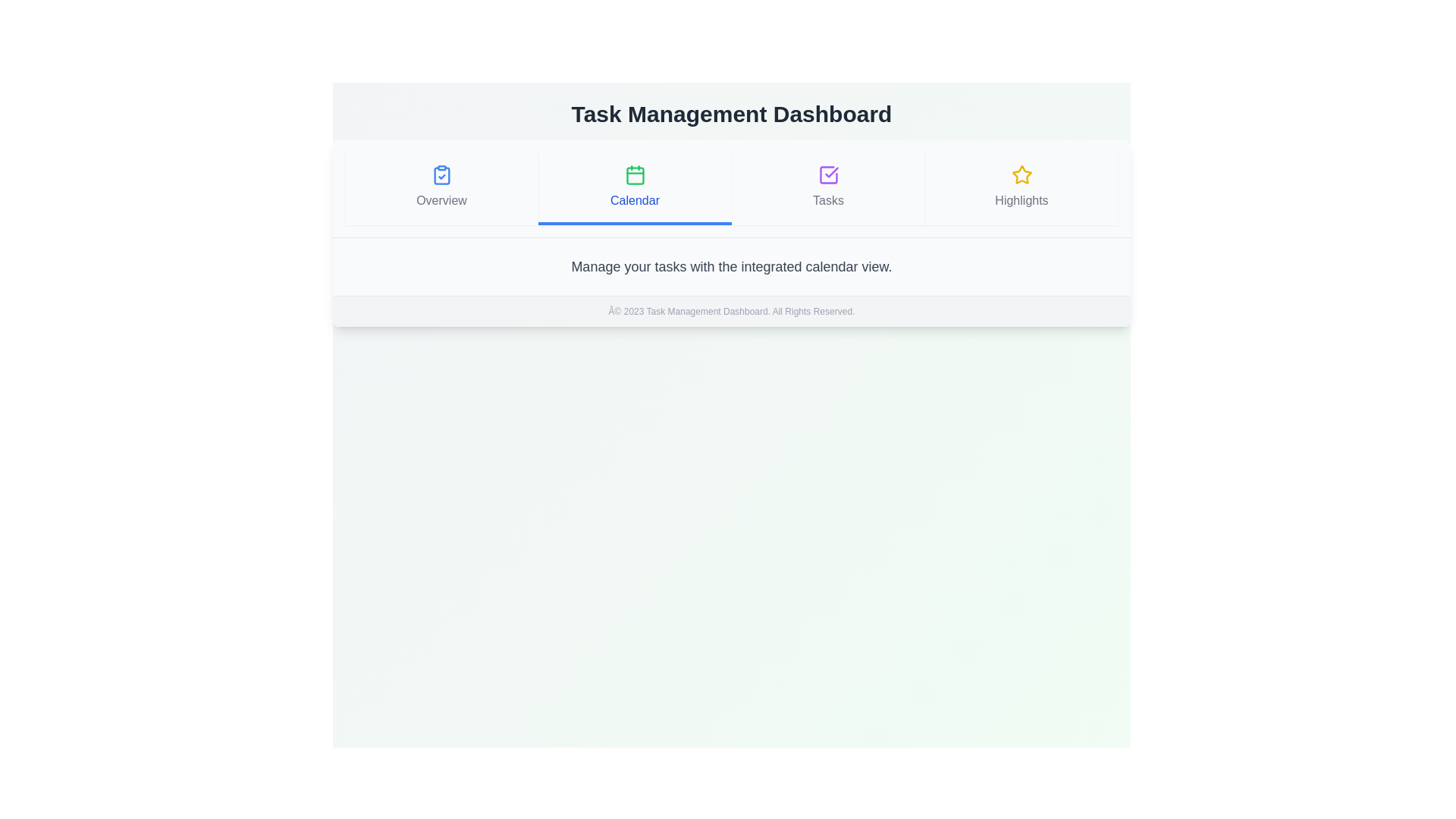 The height and width of the screenshot is (819, 1456). Describe the element at coordinates (827, 200) in the screenshot. I see `'Tasks' label text located in the third position of the horizontal menu, which is aligned below the purple check icon` at that location.